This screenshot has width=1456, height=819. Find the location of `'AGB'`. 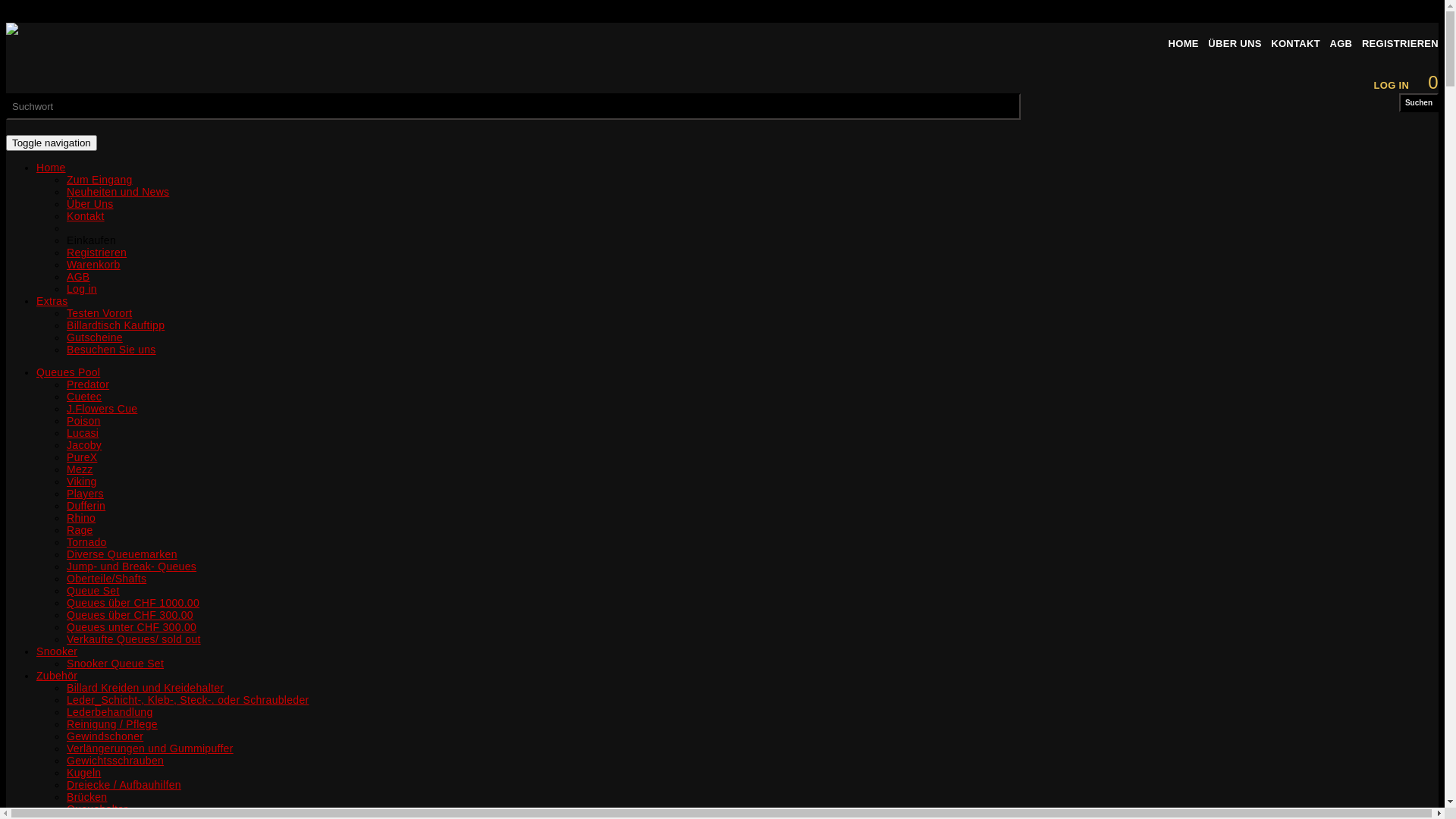

'AGB' is located at coordinates (77, 277).